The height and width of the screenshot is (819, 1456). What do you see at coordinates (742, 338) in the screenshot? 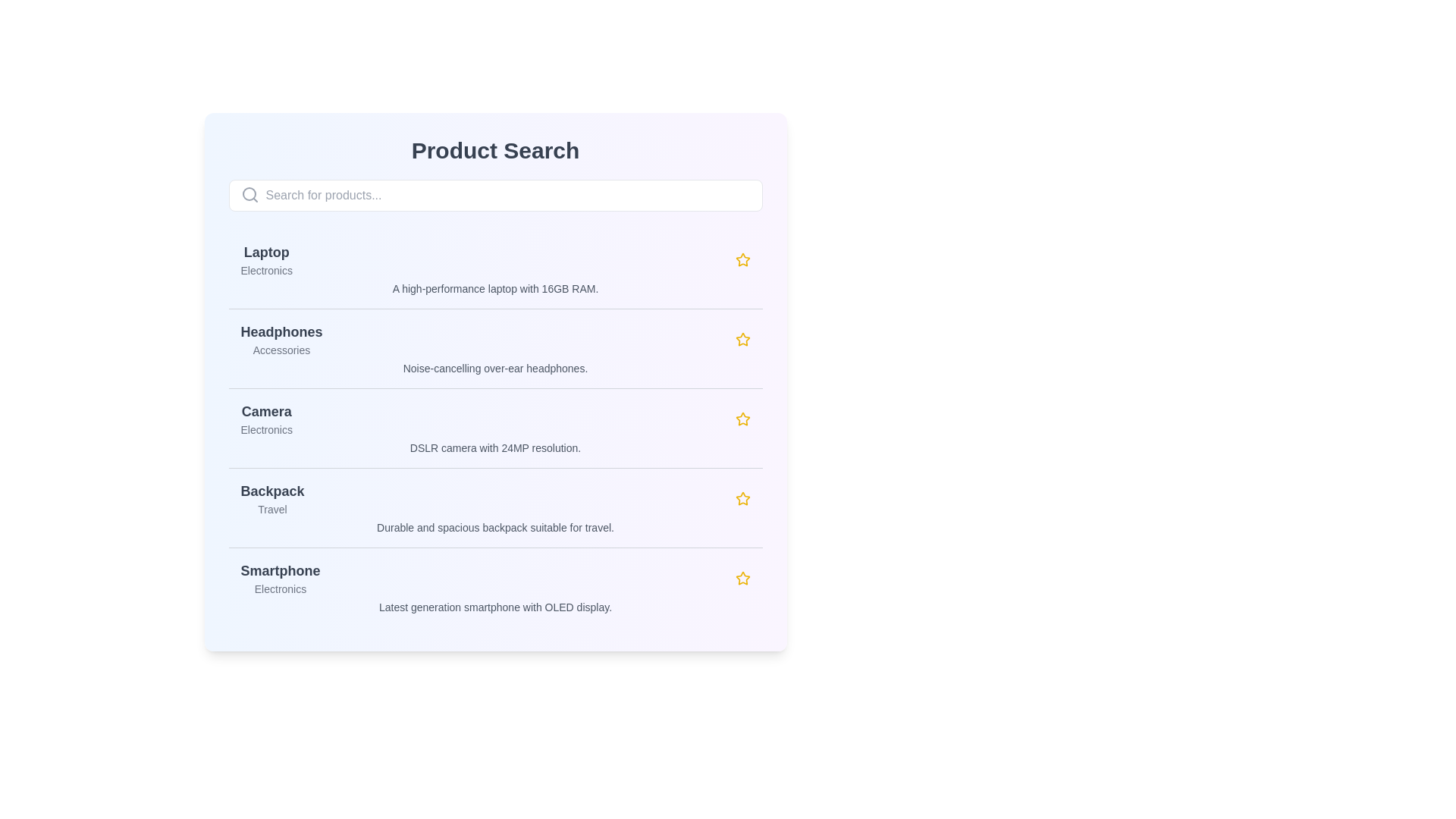
I see `the star-shaped icon, which is yellow and outlined, located to the right of the 'Headphones' text in the list layout, to mark the item as favorite` at bounding box center [742, 338].